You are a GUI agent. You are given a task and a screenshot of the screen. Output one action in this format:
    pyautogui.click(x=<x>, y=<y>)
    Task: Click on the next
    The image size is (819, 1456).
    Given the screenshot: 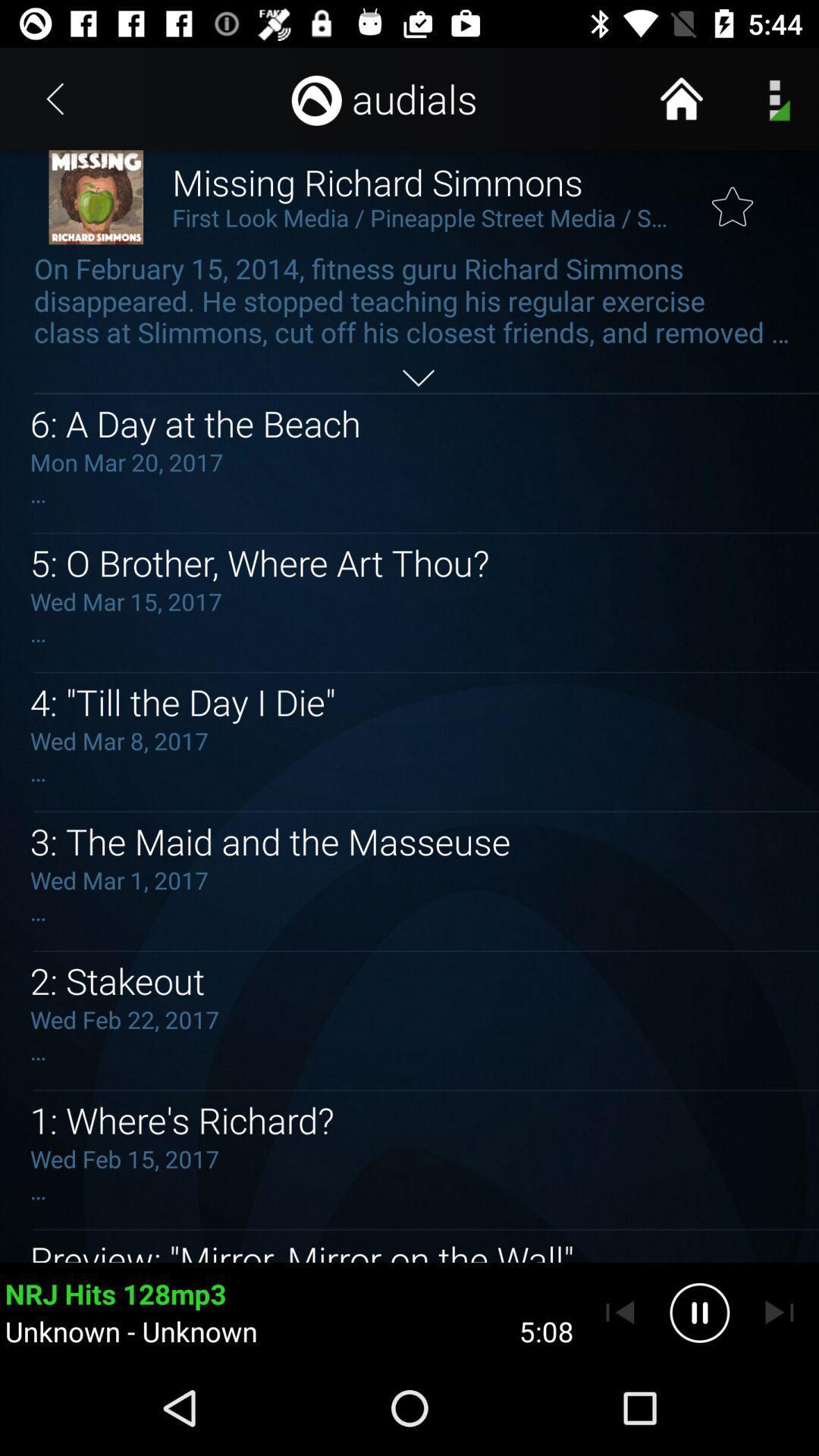 What is the action you would take?
    pyautogui.click(x=779, y=1312)
    